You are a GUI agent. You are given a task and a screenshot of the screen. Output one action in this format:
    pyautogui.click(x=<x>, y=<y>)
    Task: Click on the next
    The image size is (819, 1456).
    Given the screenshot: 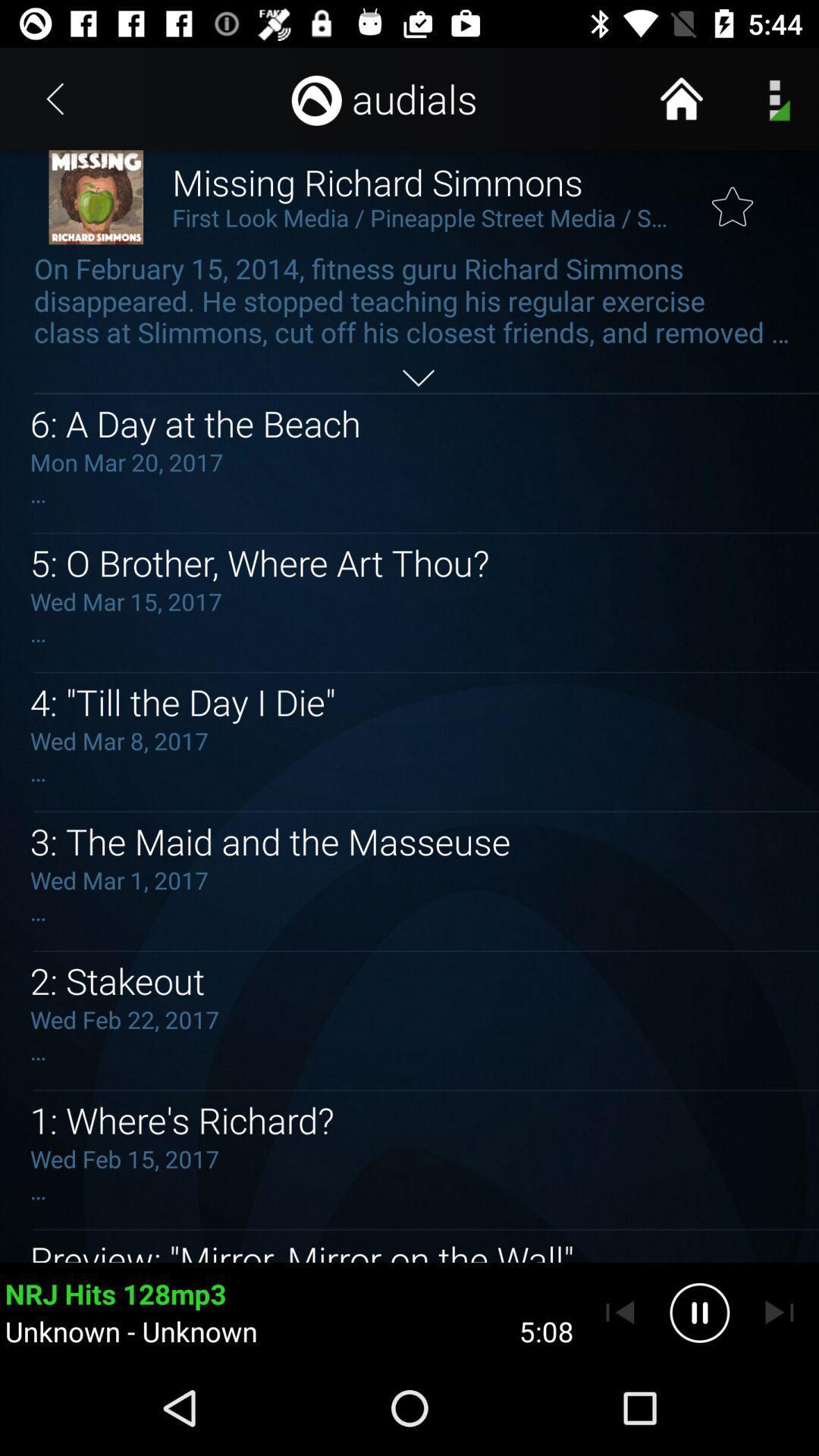 What is the action you would take?
    pyautogui.click(x=779, y=1312)
    